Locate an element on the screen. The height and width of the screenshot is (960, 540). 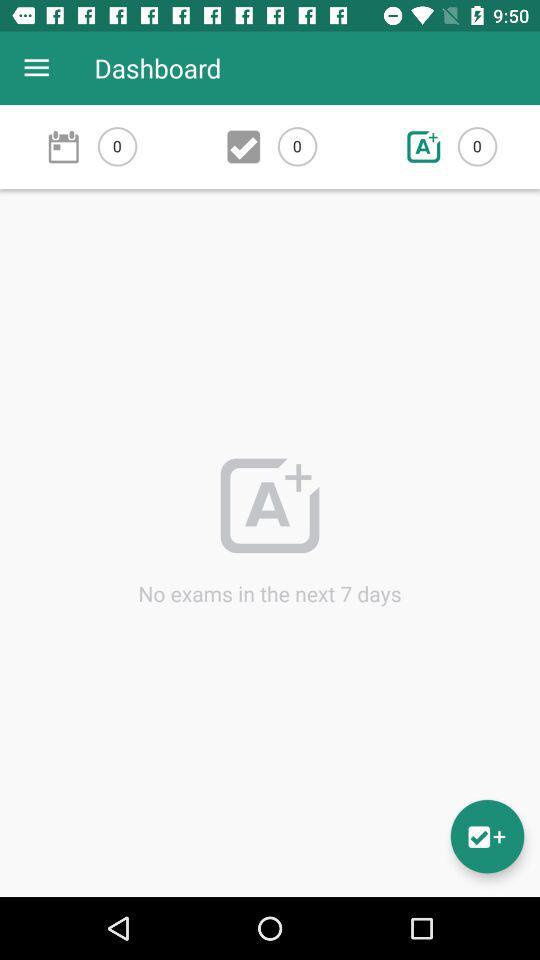
the emoji icon is located at coordinates (486, 836).